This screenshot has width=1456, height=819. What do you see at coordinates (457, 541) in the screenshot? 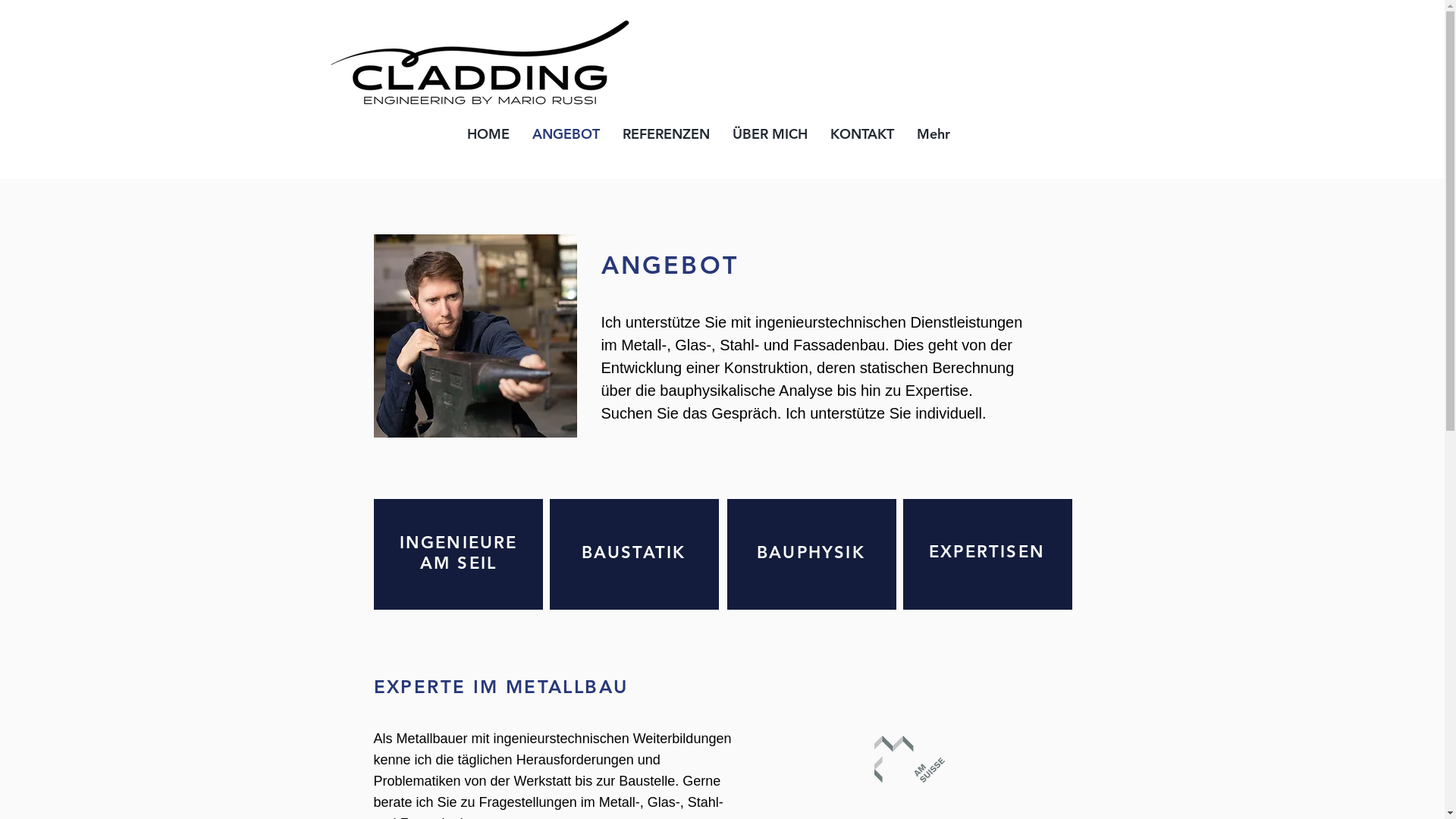
I see `'INGENIEURE'` at bounding box center [457, 541].